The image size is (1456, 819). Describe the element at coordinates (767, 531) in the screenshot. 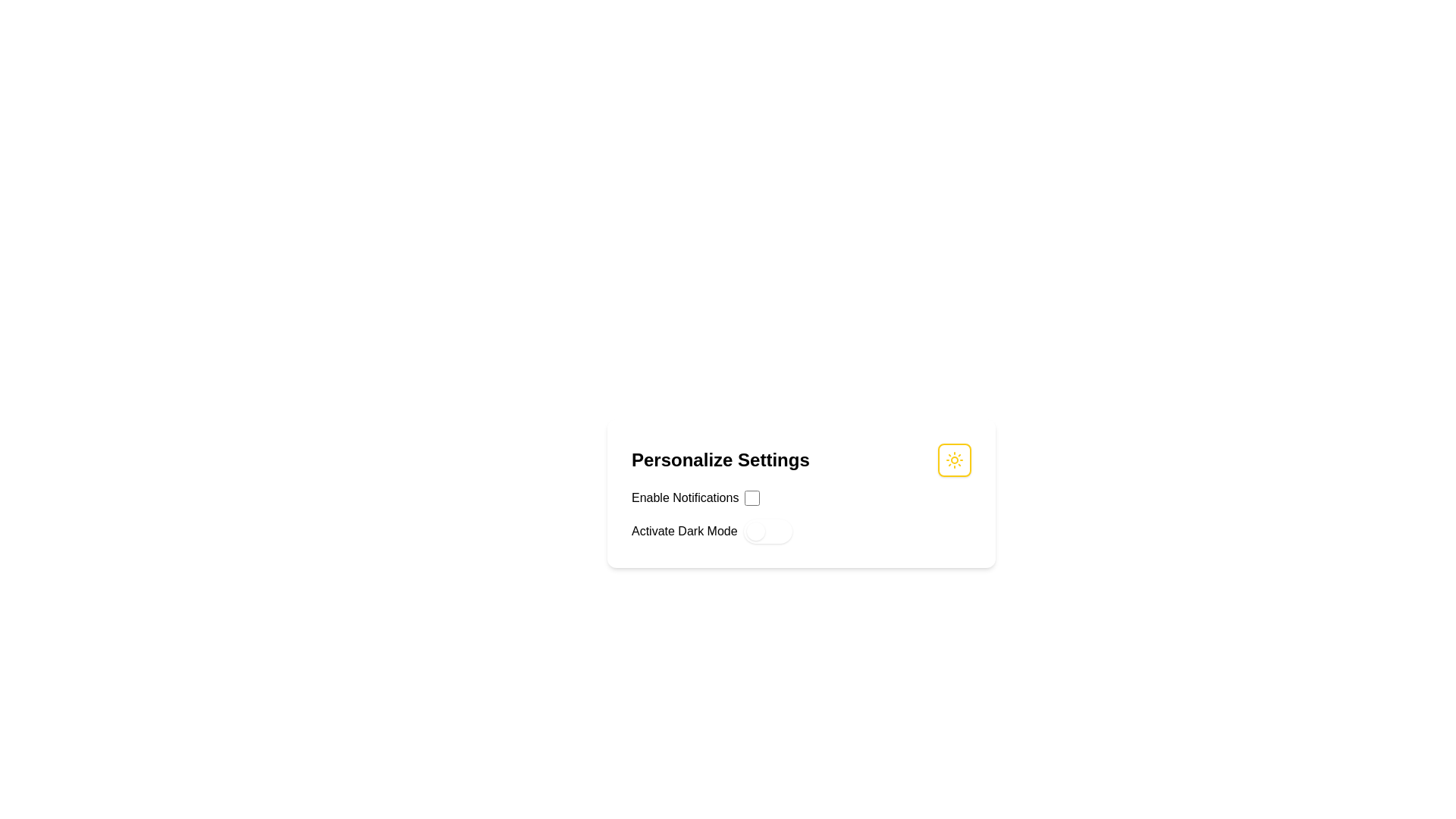

I see `the toggle` at that location.